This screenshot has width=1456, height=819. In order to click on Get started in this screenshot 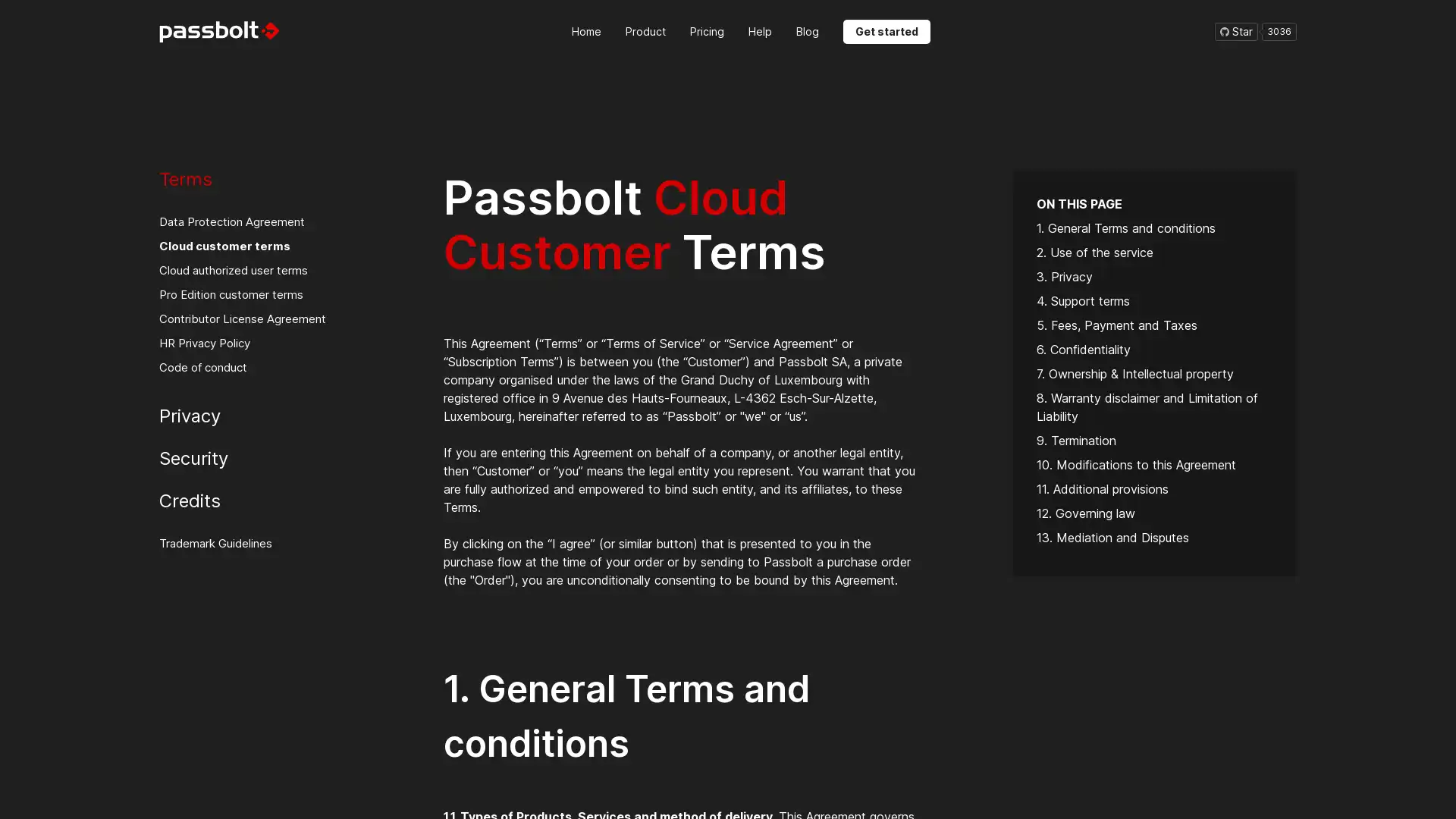, I will do `click(886, 31)`.